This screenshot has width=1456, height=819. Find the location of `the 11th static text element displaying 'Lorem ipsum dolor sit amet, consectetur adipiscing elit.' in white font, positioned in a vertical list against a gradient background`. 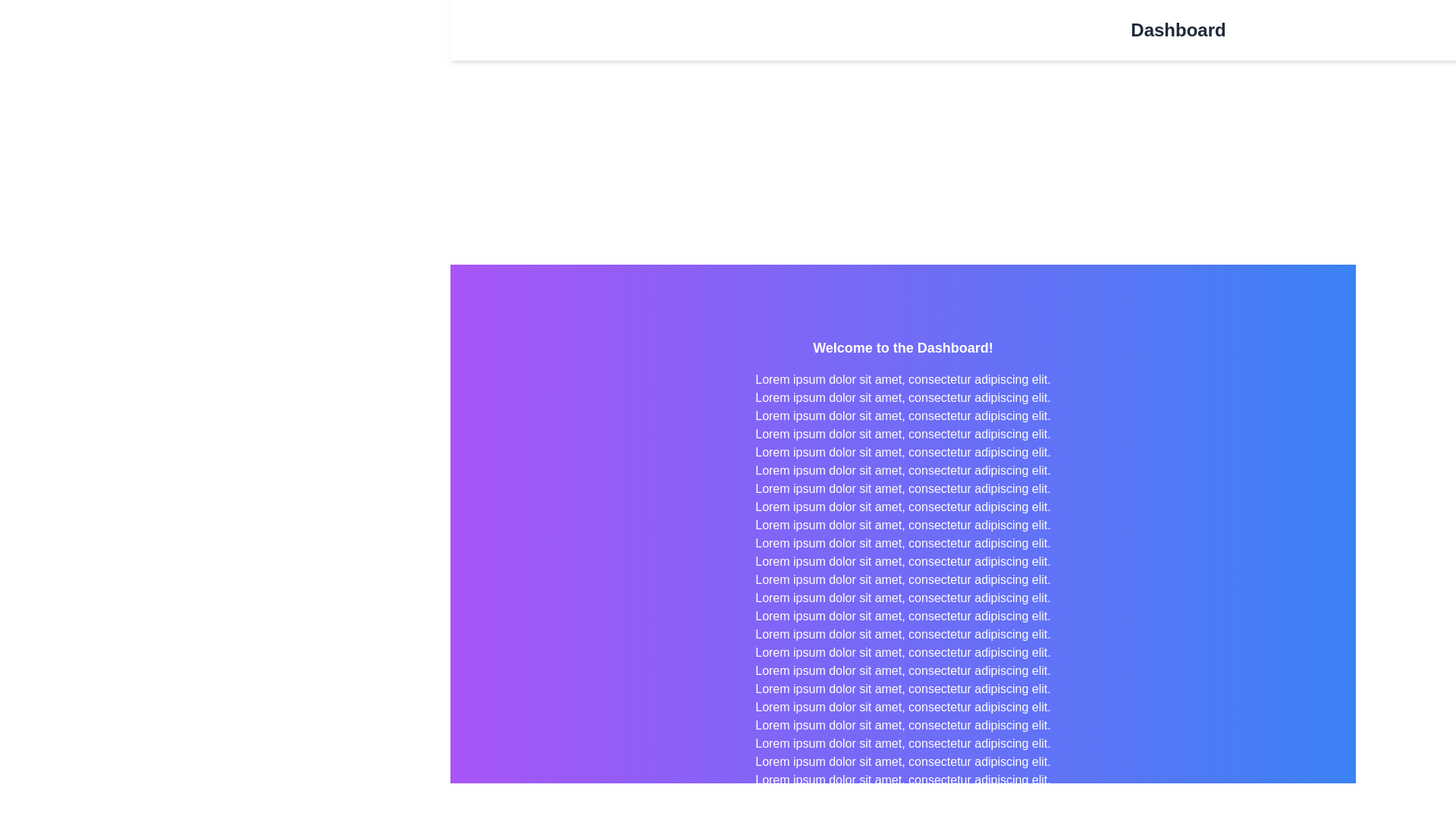

the 11th static text element displaying 'Lorem ipsum dolor sit amet, consectetur adipiscing elit.' in white font, positioned in a vertical list against a gradient background is located at coordinates (902, 543).